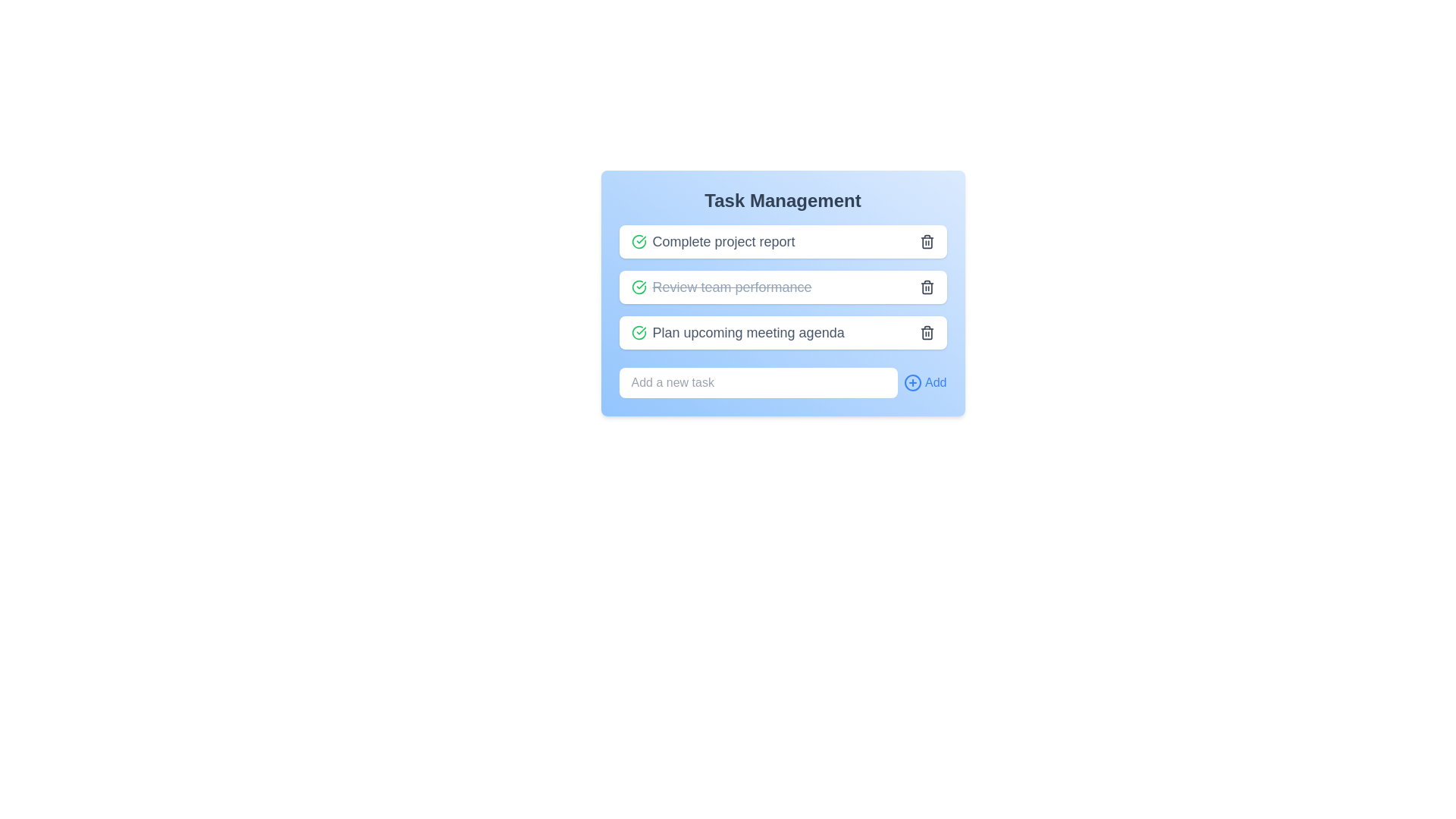  I want to click on the button with the icon, so click(912, 382).